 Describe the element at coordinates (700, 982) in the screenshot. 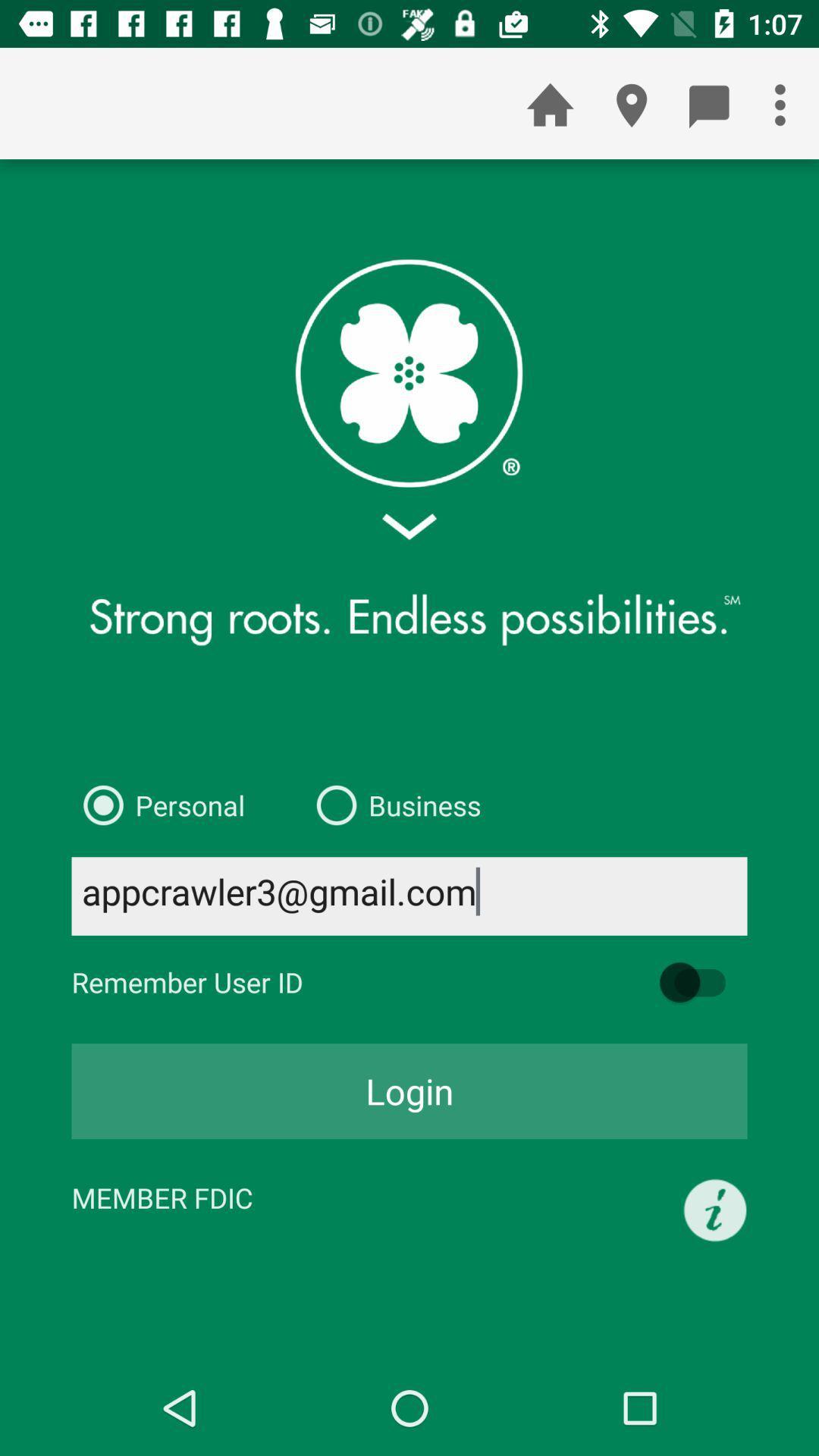

I see `the item next to the remember user id` at that location.